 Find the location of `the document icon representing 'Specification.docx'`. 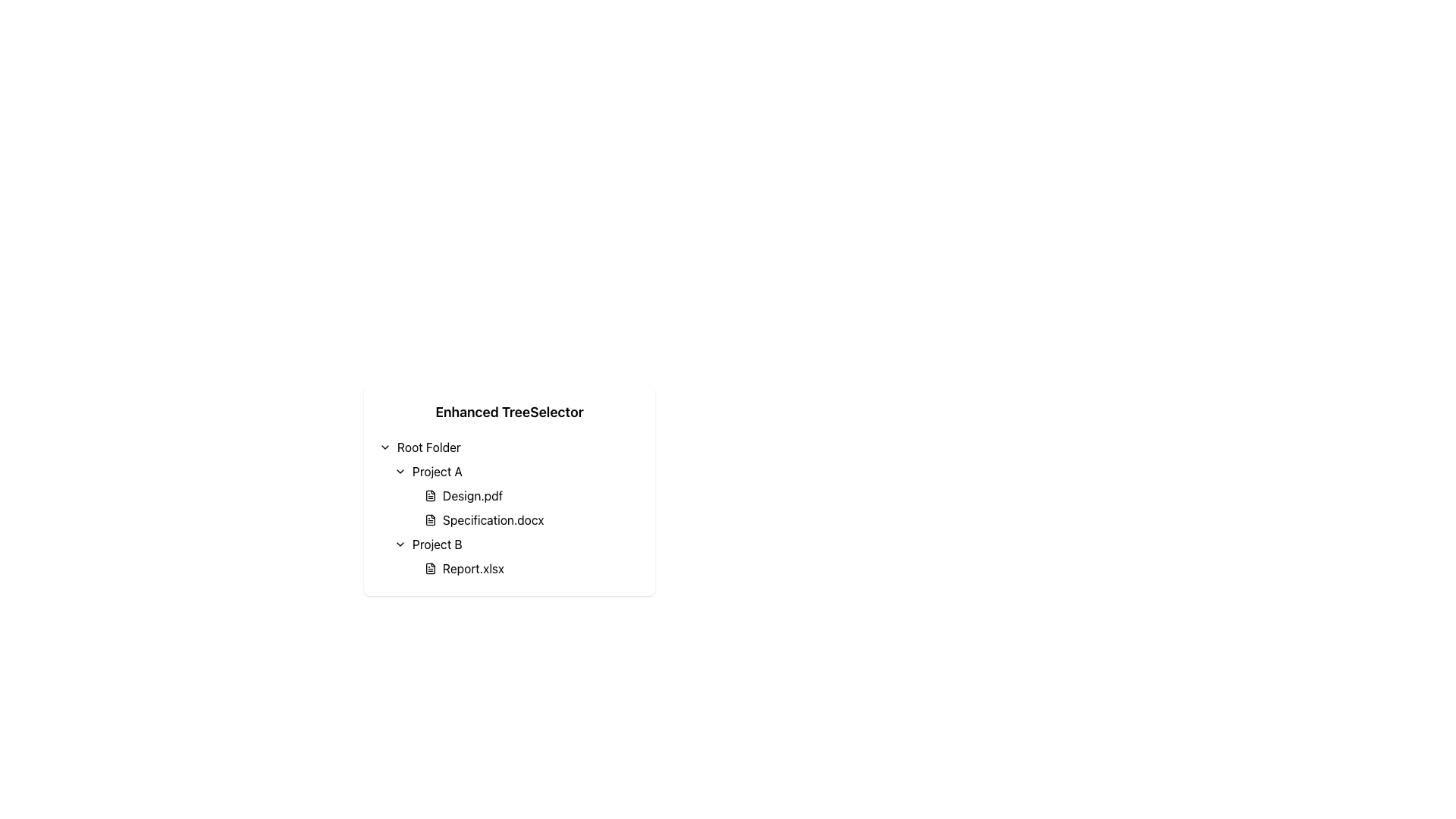

the document icon representing 'Specification.docx' is located at coordinates (429, 519).